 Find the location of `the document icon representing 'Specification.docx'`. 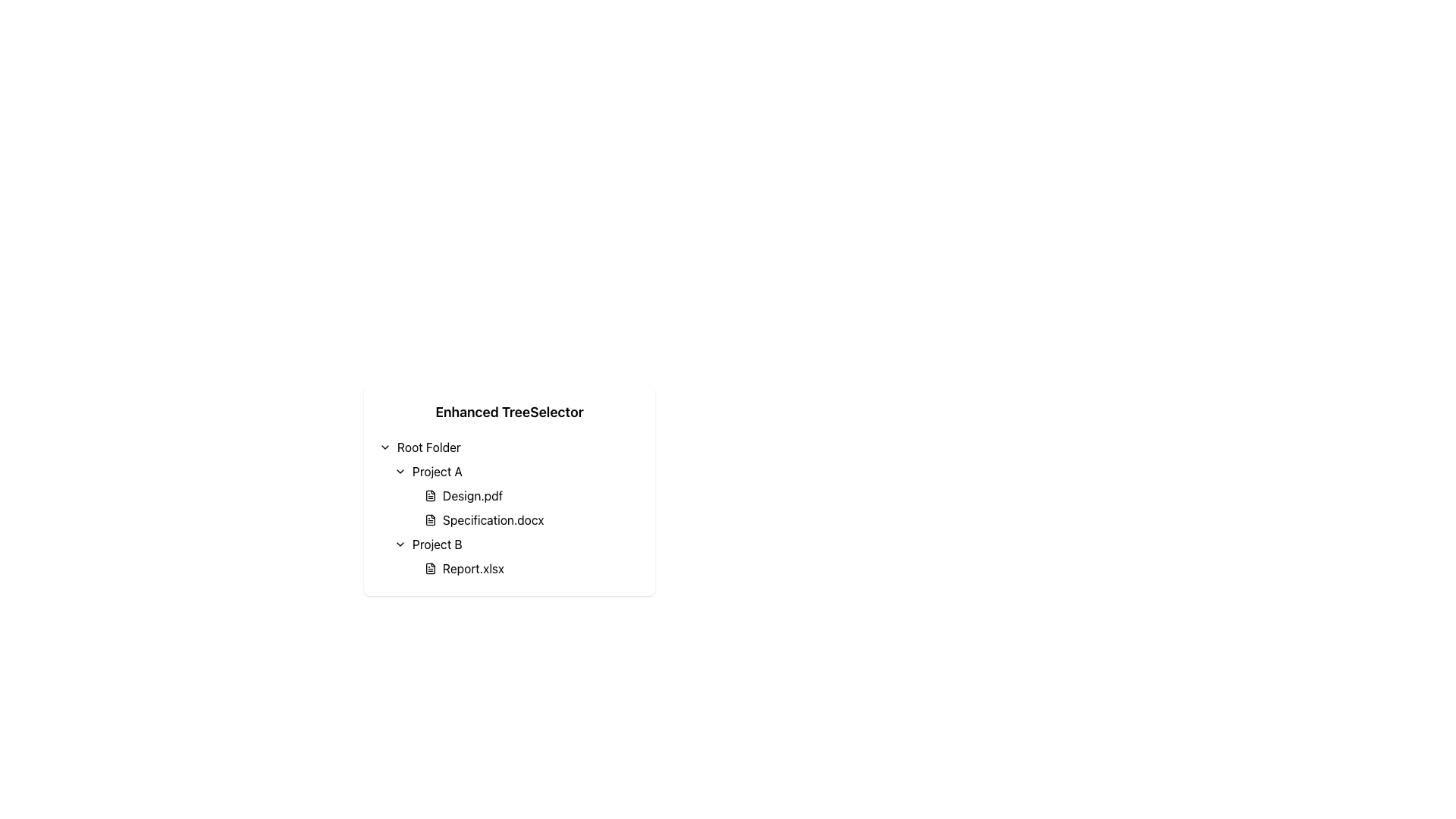

the document icon representing 'Specification.docx' is located at coordinates (429, 519).